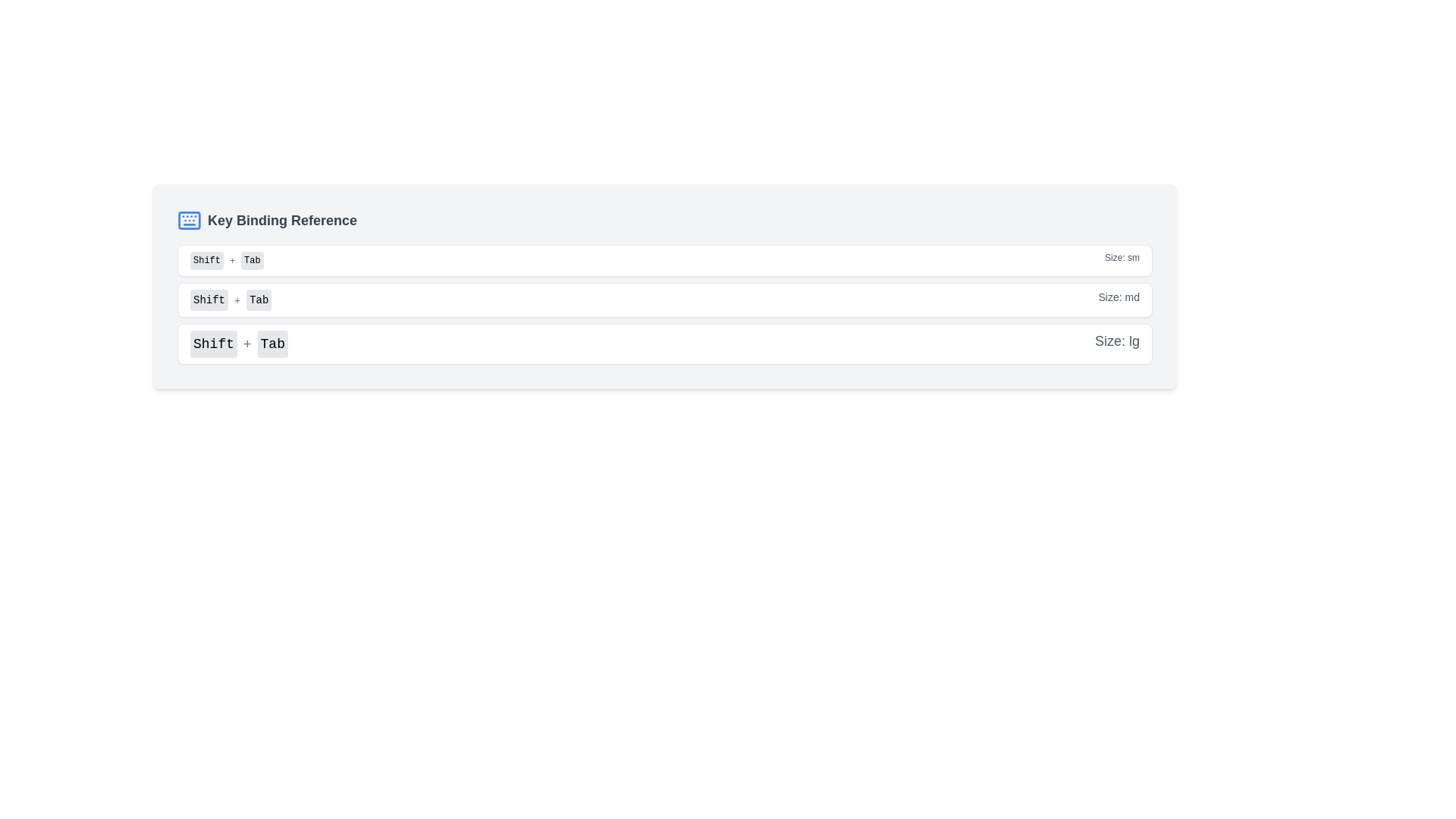 The width and height of the screenshot is (1456, 819). Describe the element at coordinates (231, 259) in the screenshot. I see `the Icon representing the combined keystroke action 'Shift+Tab' located in the second row of keybinding instructions under the 'Key Binding Reference' section, positioned between the 'Shift' and 'Tab' buttons` at that location.